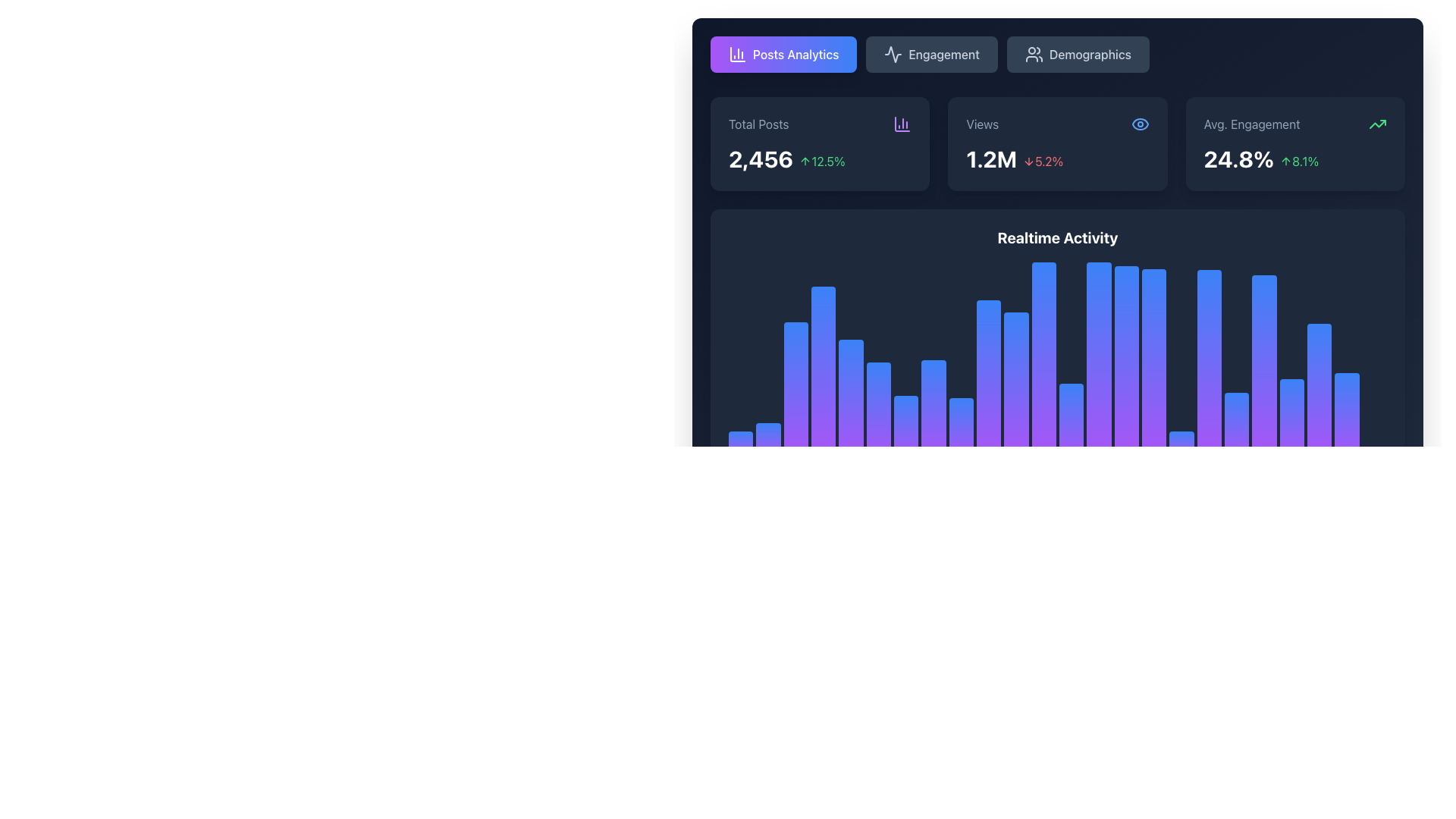 This screenshot has width=1456, height=819. Describe the element at coordinates (906, 445) in the screenshot. I see `value of the seventh vertical bar in the bar chart, which has a gradient from blue to purple and rounded top edges` at that location.